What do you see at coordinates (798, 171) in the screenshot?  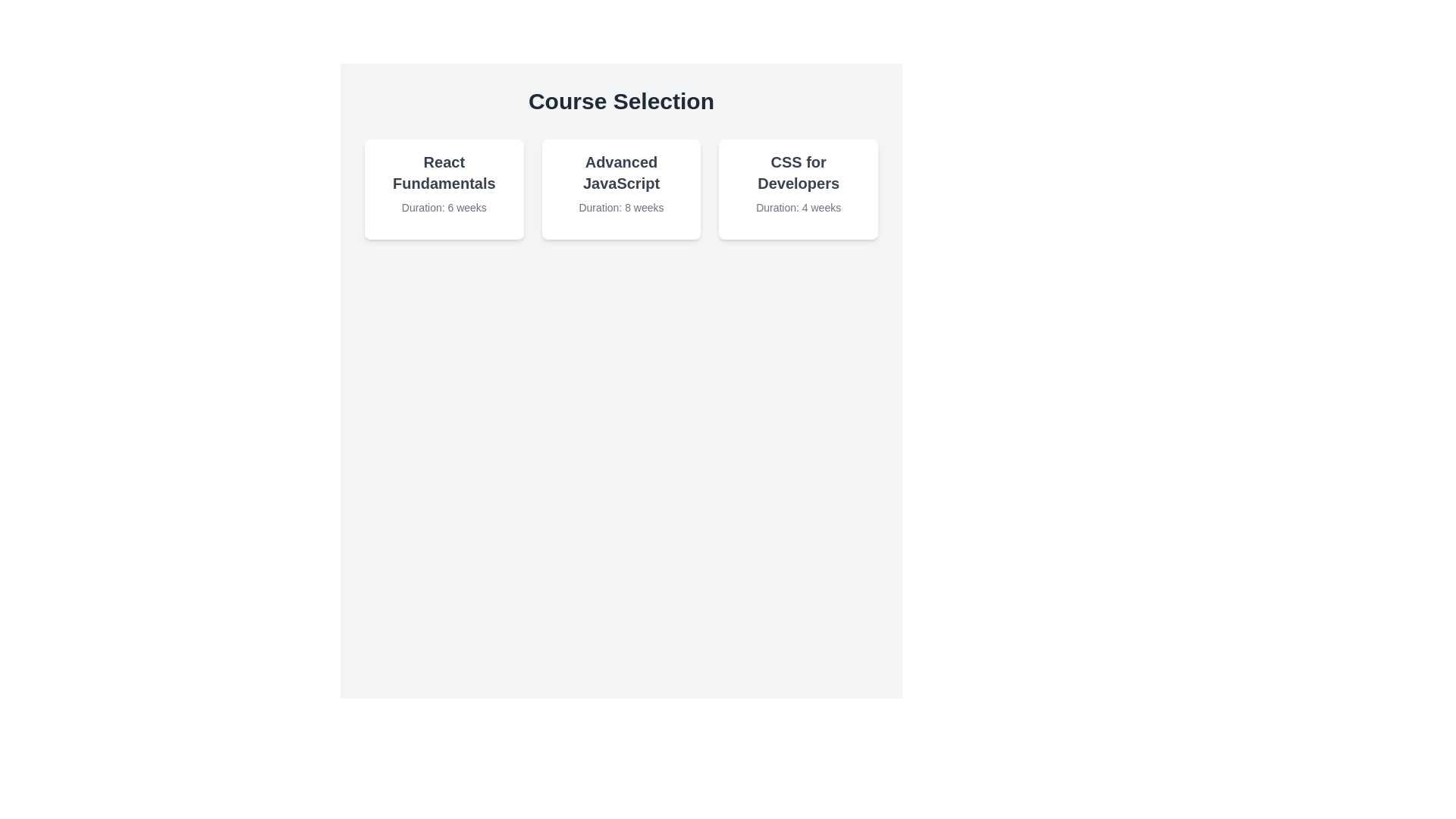 I see `the text label that displays 'CSS for Developers', which is prominently styled in bold dark gray on a white background, located in the upper region of the third card under 'Course Selection'` at bounding box center [798, 171].